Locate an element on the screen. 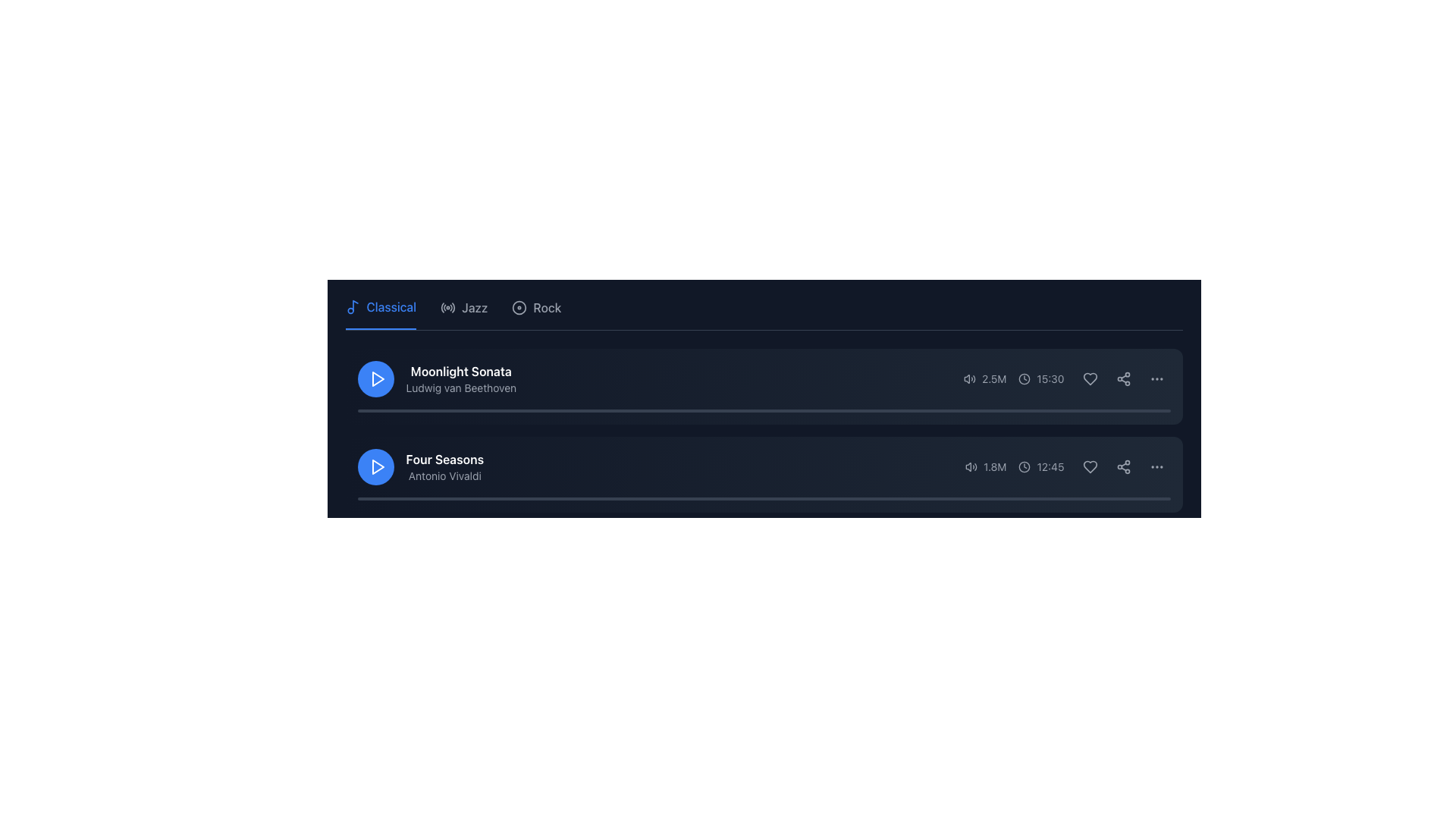  the 'Classical' button, which is styled with a blue text label and a music note icon is located at coordinates (381, 312).